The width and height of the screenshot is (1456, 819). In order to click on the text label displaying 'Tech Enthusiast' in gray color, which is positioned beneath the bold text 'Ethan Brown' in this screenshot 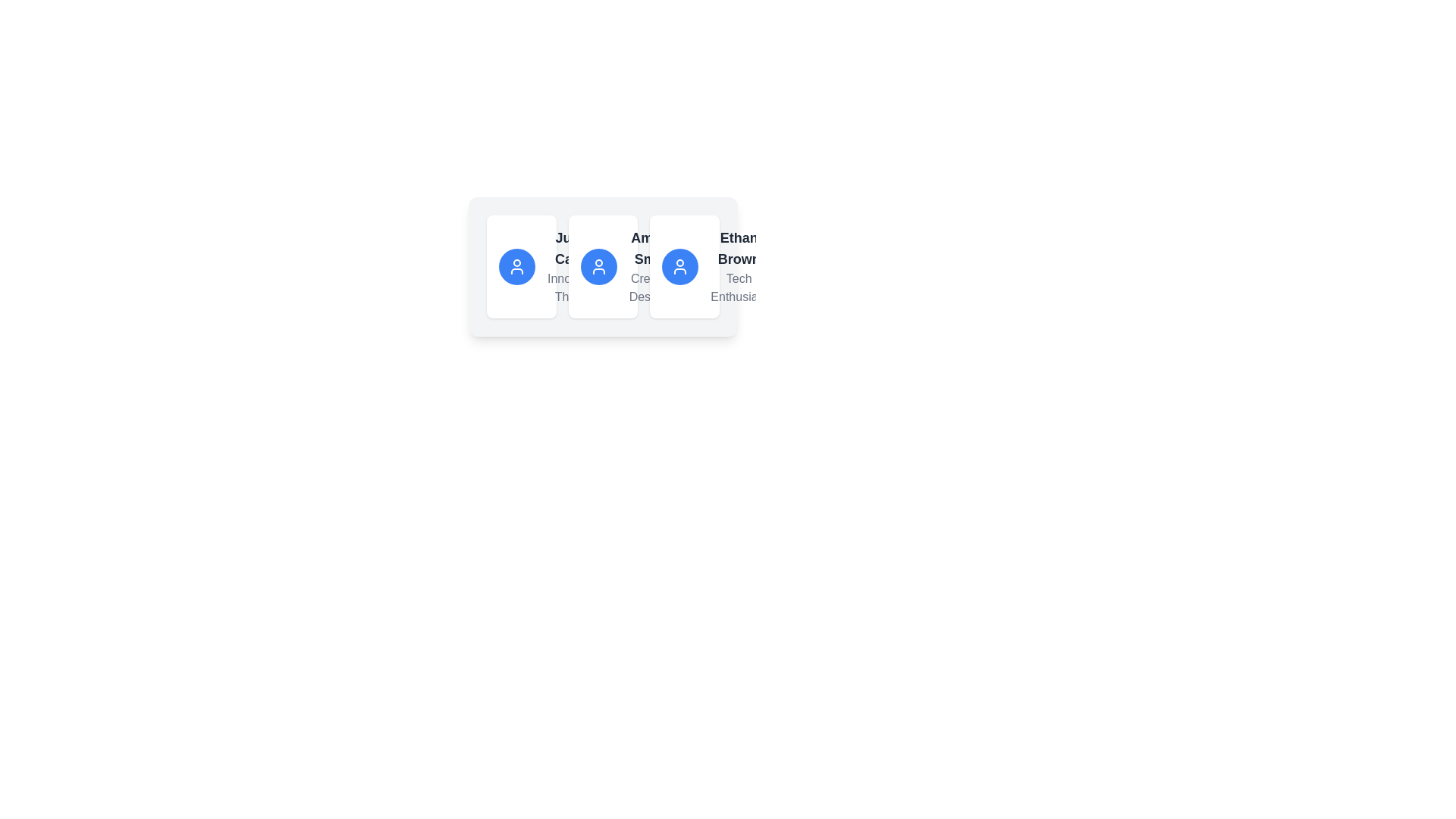, I will do `click(739, 288)`.